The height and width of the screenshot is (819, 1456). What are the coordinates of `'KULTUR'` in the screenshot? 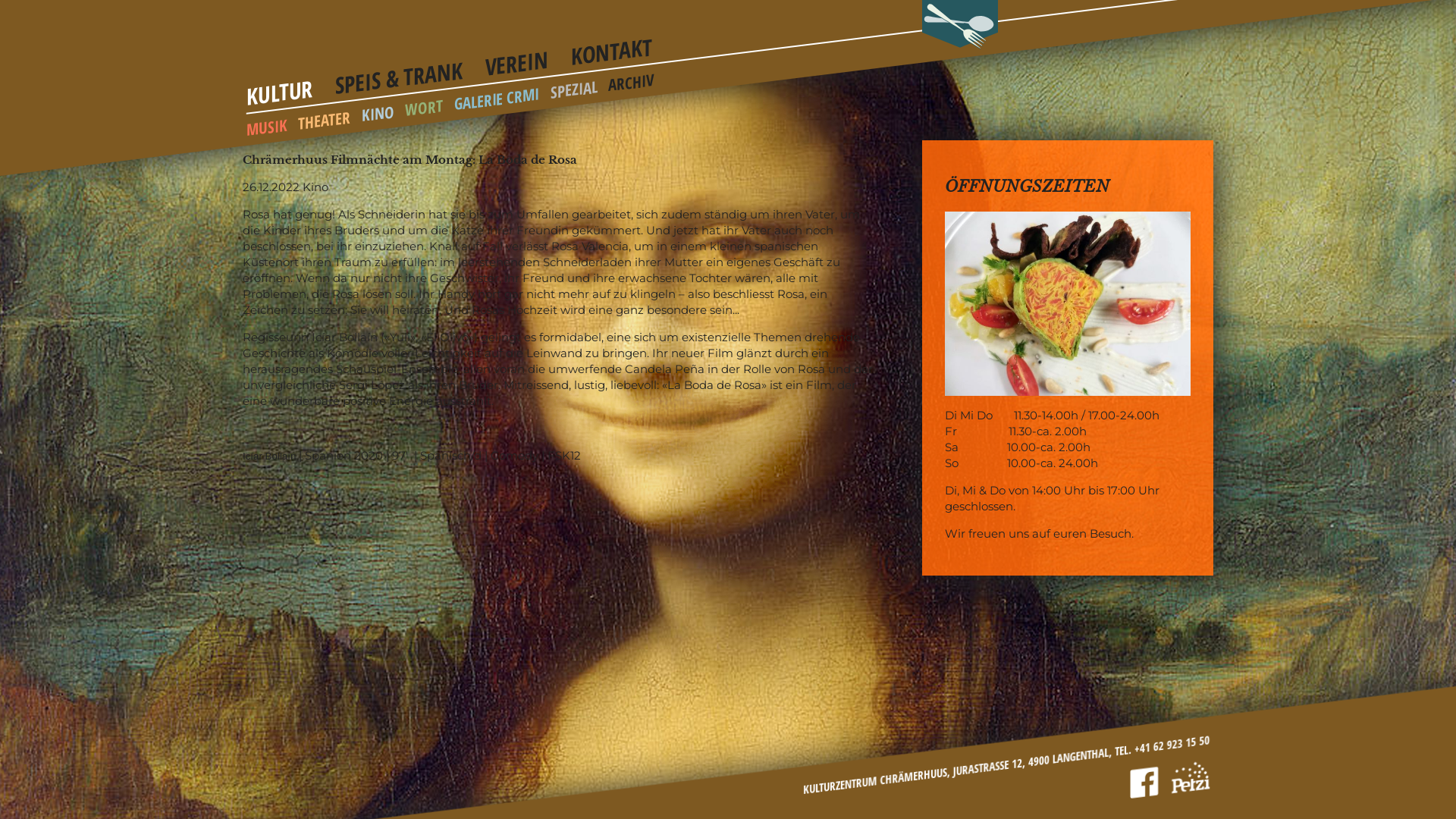 It's located at (280, 87).